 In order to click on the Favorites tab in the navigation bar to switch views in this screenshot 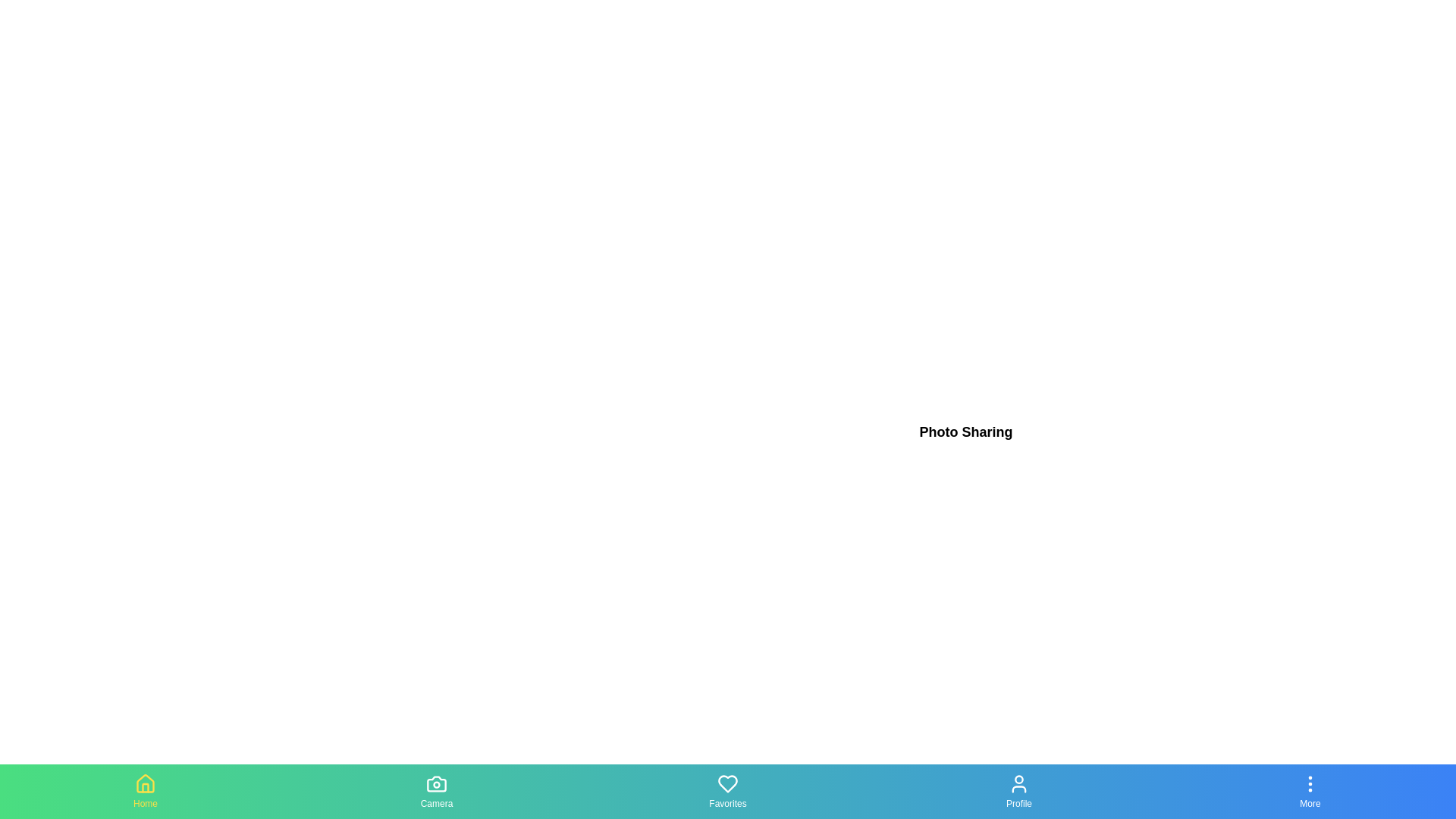, I will do `click(728, 791)`.